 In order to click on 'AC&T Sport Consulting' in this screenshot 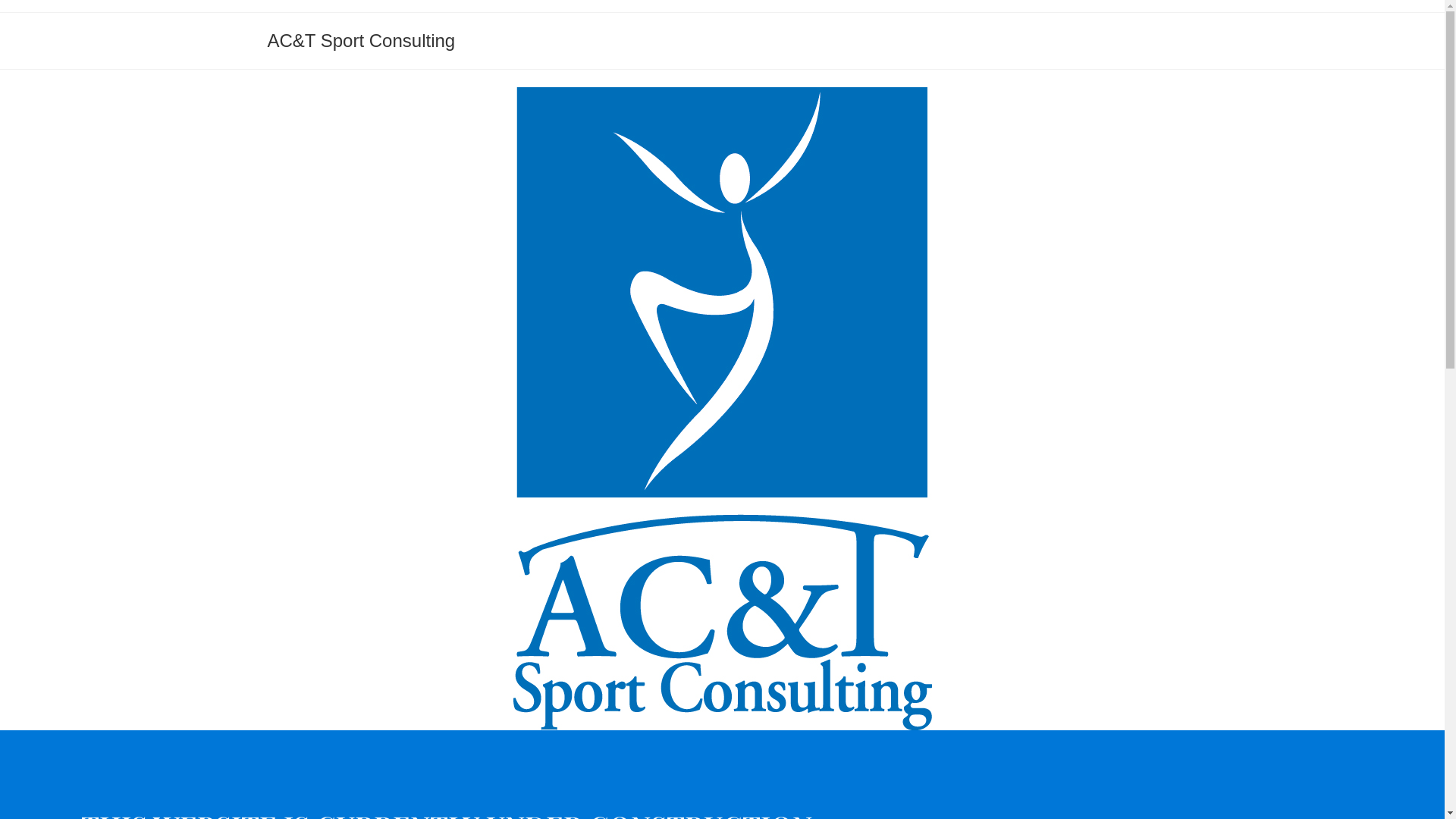, I will do `click(359, 39)`.